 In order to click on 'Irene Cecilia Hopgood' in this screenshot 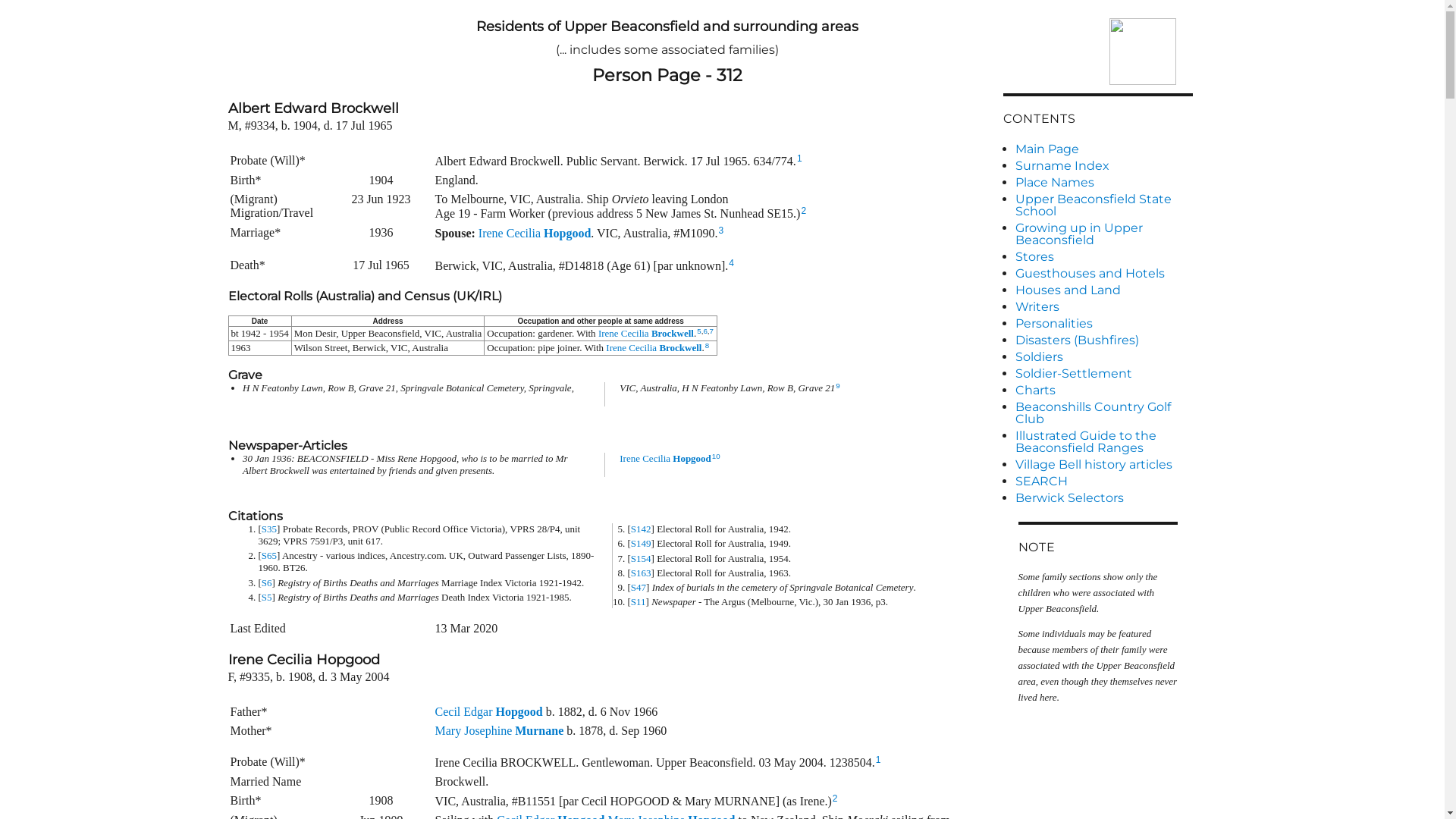, I will do `click(665, 457)`.